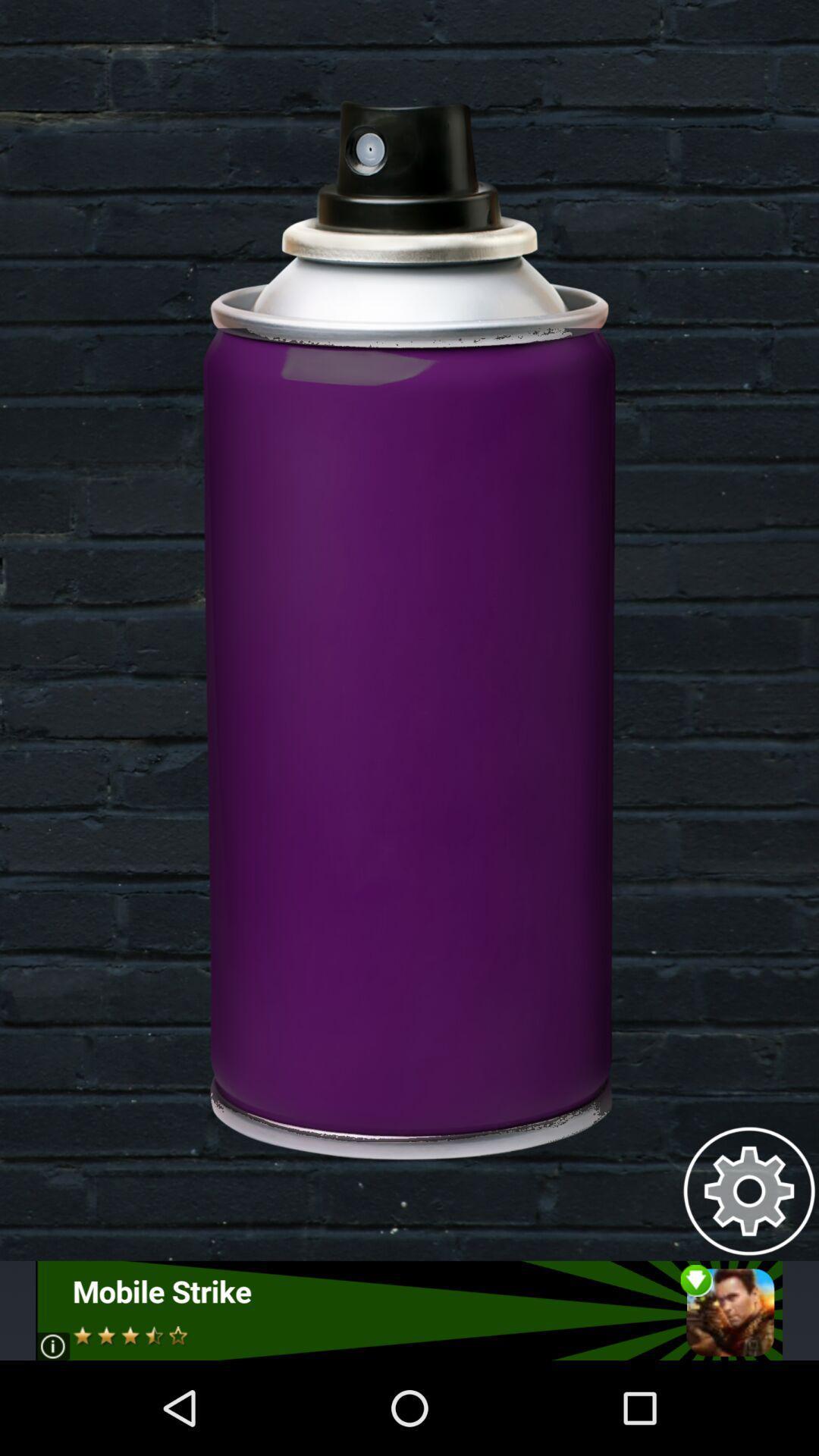 The height and width of the screenshot is (1456, 819). Describe the element at coordinates (408, 1310) in the screenshot. I see `banner advertisement for mobile strike game` at that location.